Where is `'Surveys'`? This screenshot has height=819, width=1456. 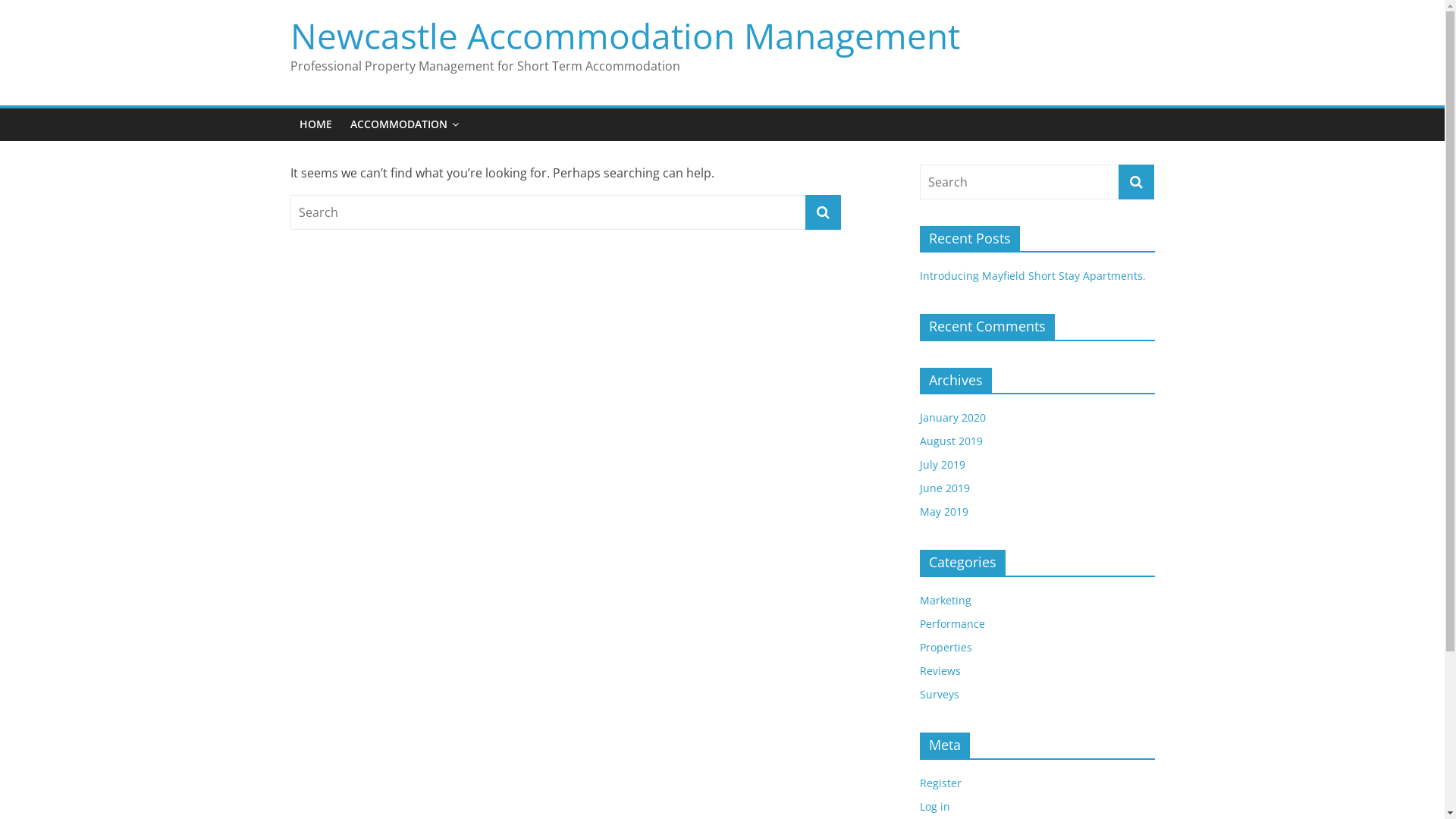
'Surveys' is located at coordinates (938, 694).